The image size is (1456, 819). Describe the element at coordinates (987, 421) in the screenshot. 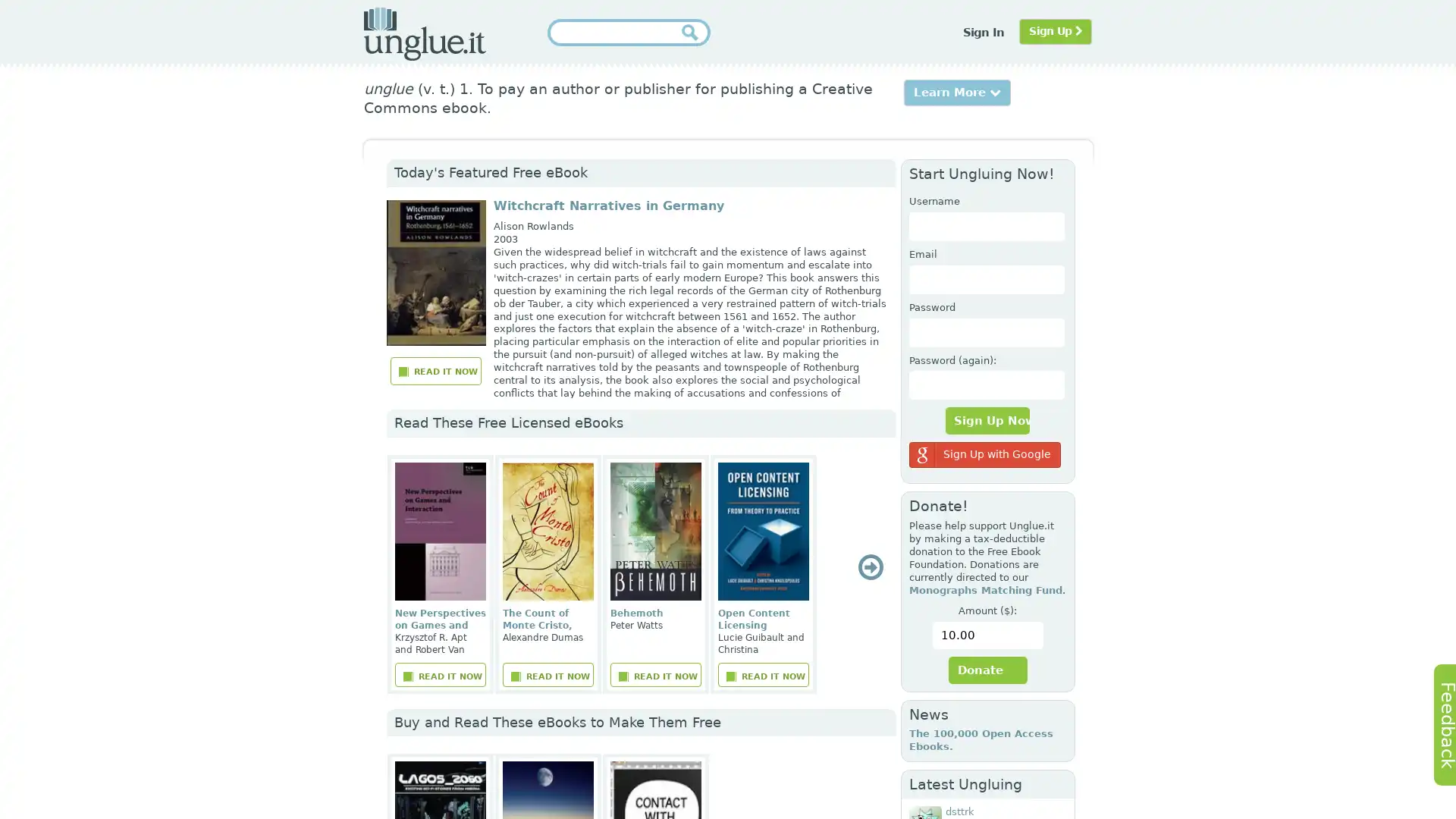

I see `Sign Up Now` at that location.